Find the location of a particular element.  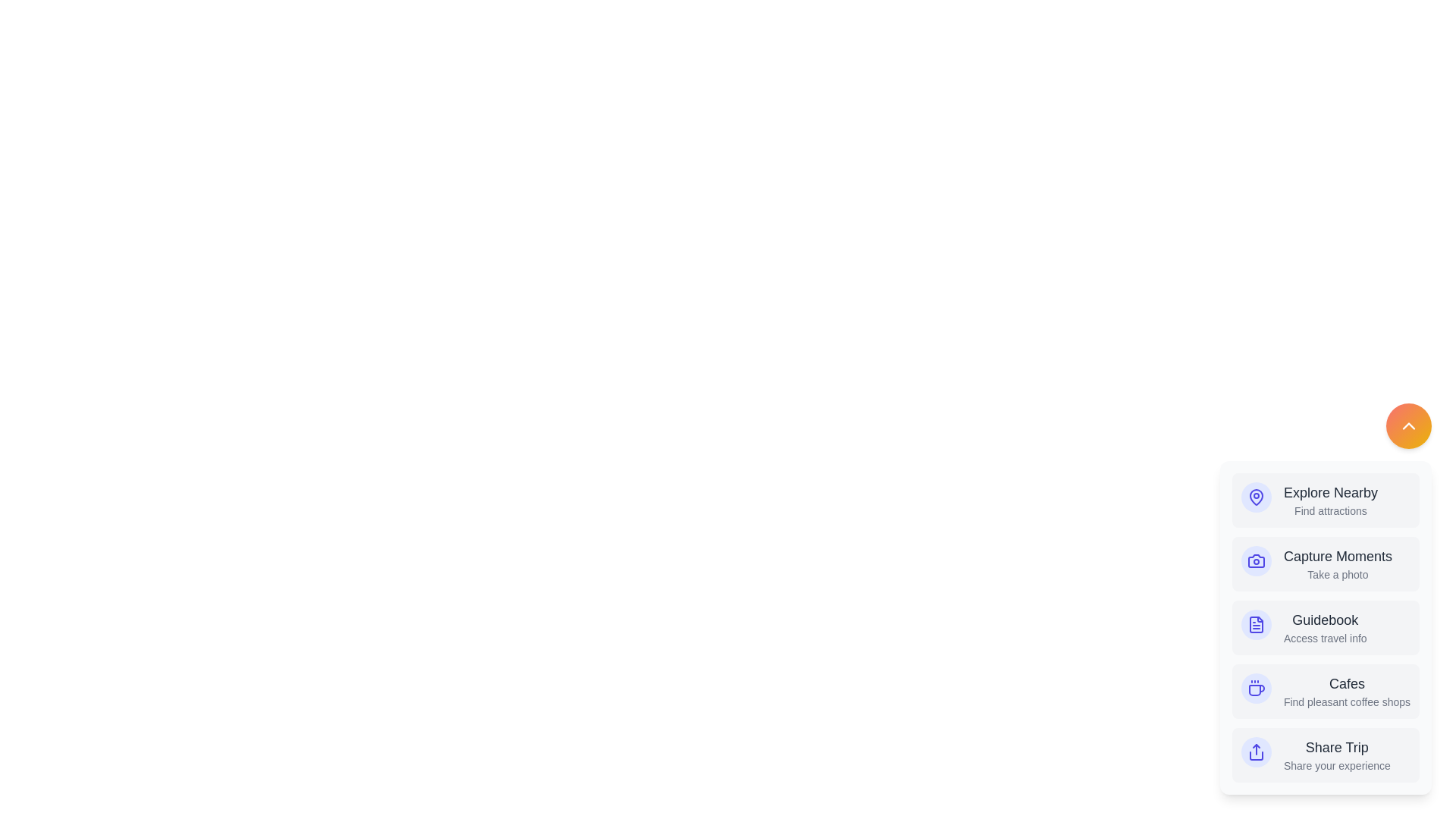

the toggle button to change the menu visibility is located at coordinates (1407, 426).